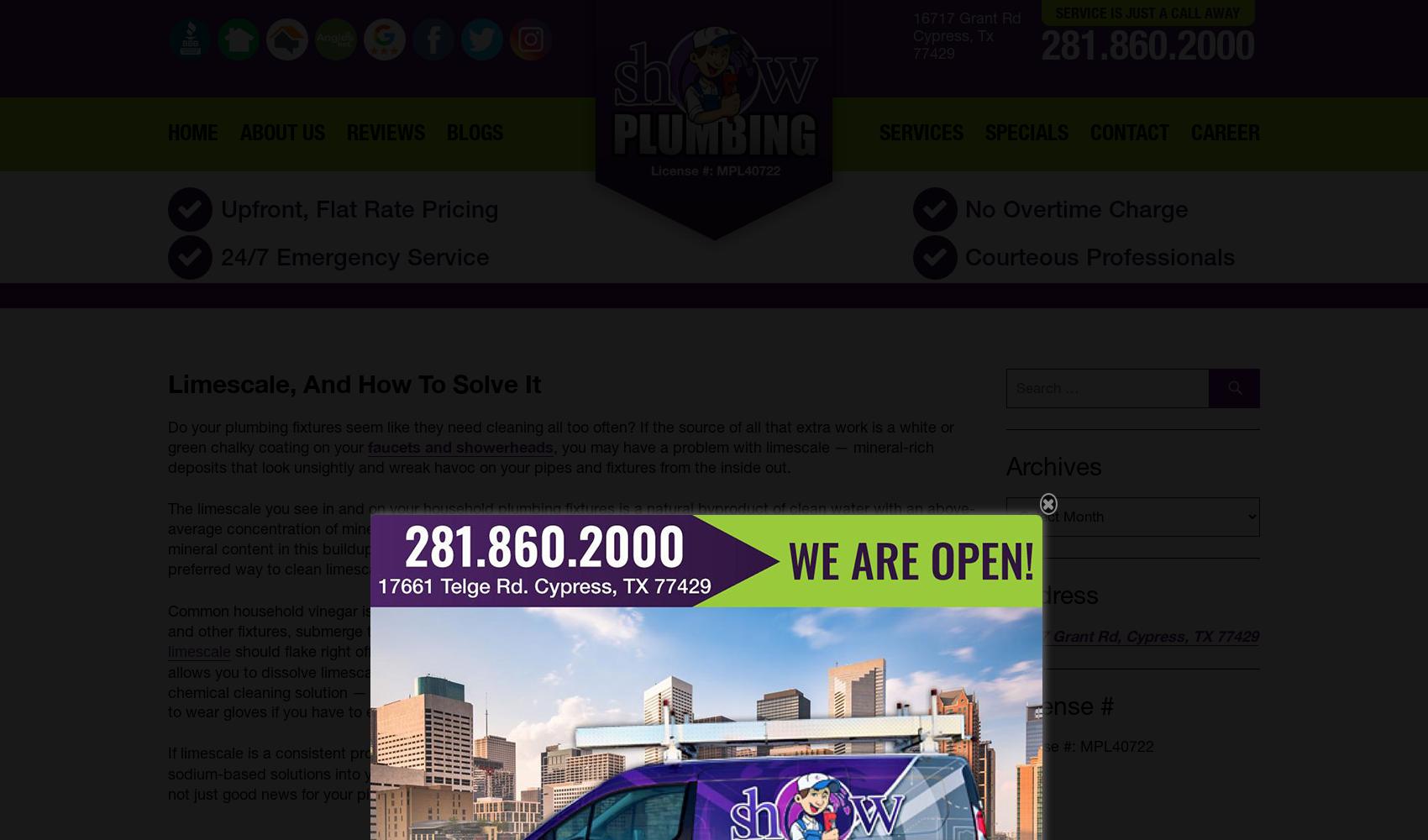 The image size is (1428, 840). Describe the element at coordinates (581, 568) in the screenshot. I see `'is to weaken and dissolve it using a mild acidic solution.'` at that location.